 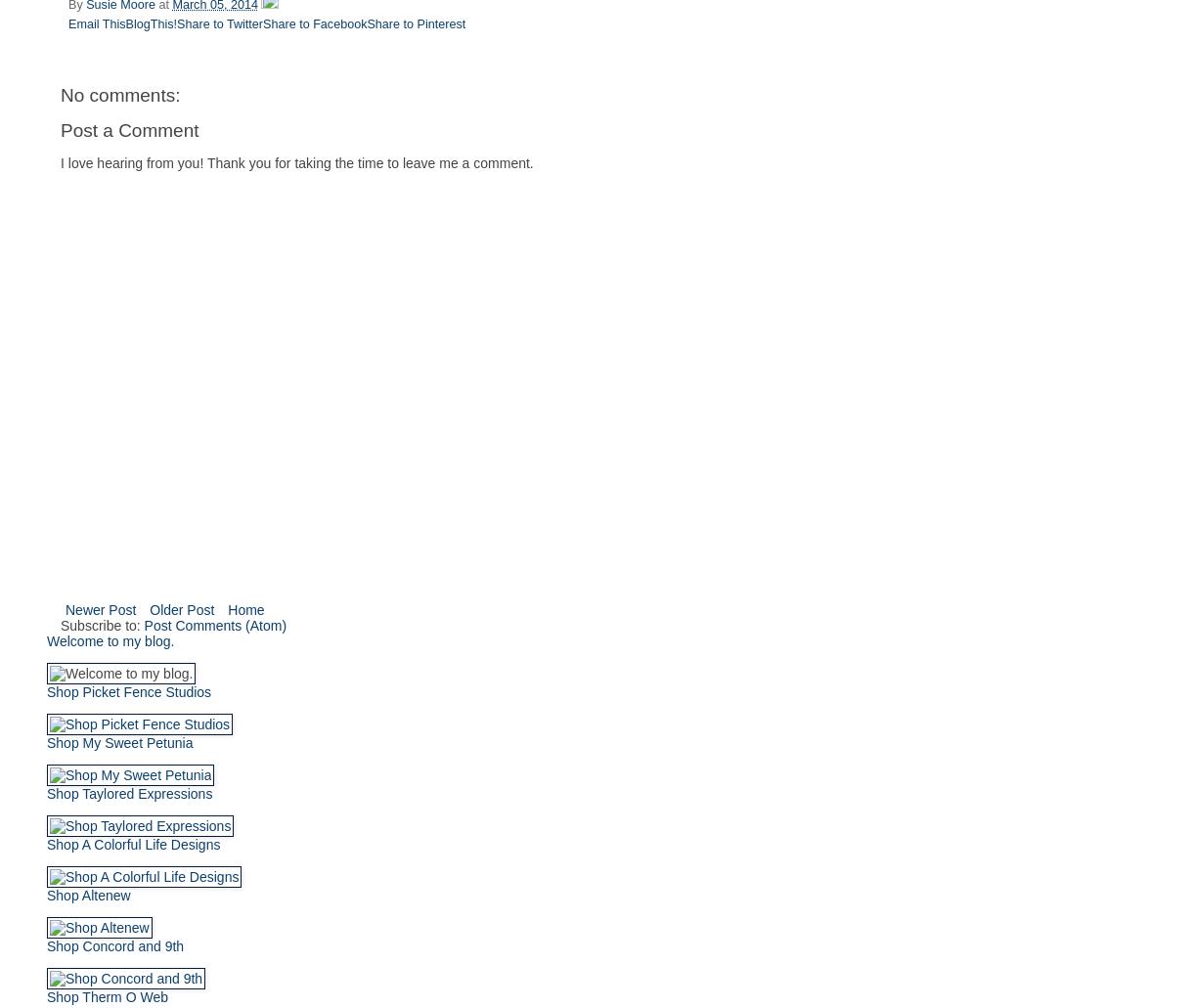 What do you see at coordinates (244, 609) in the screenshot?
I see `'Home'` at bounding box center [244, 609].